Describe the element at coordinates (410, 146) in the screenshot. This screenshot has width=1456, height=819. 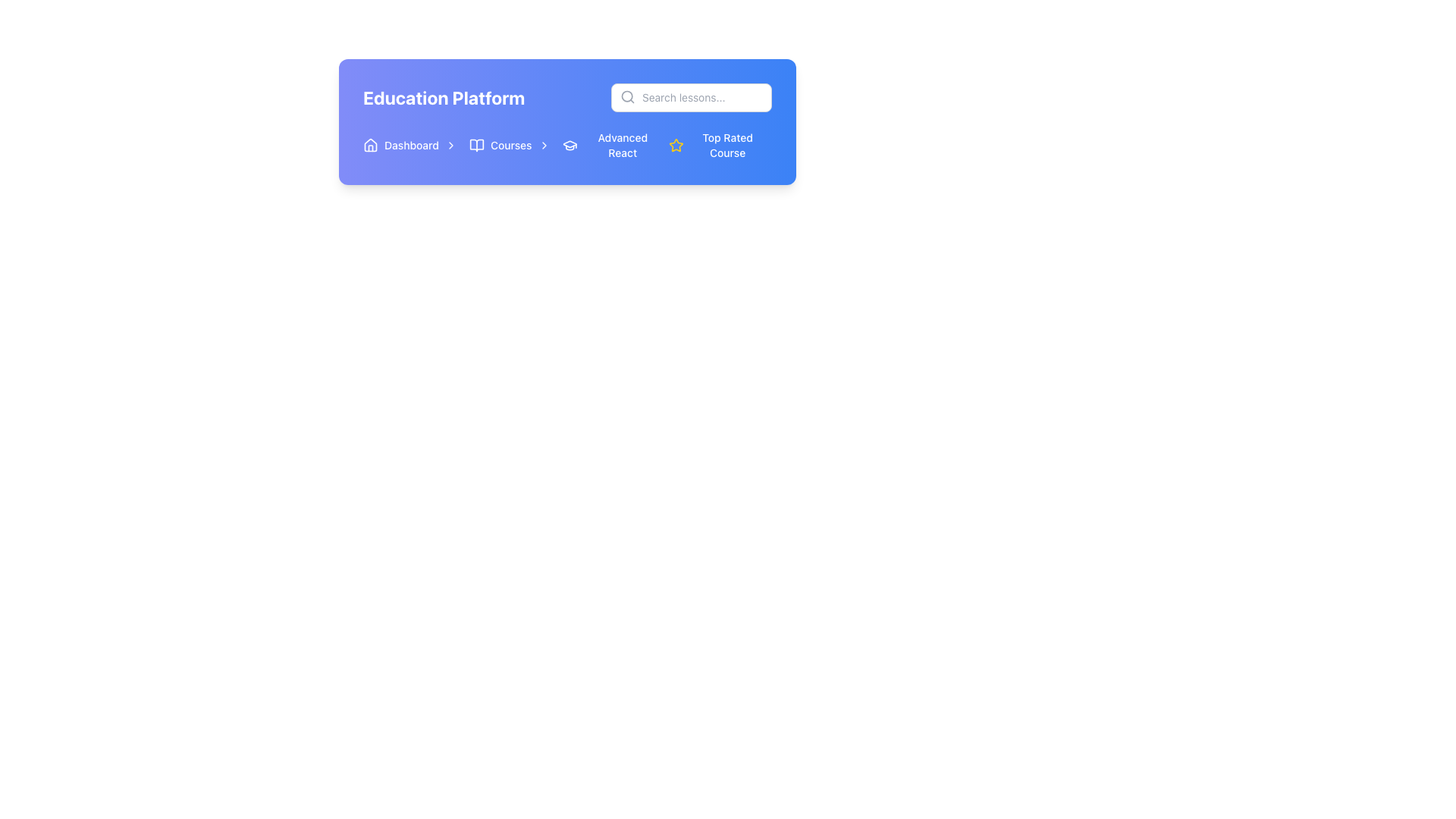
I see `the Breadcrumb navigation link that displays 'Dashboard' with a house icon` at that location.